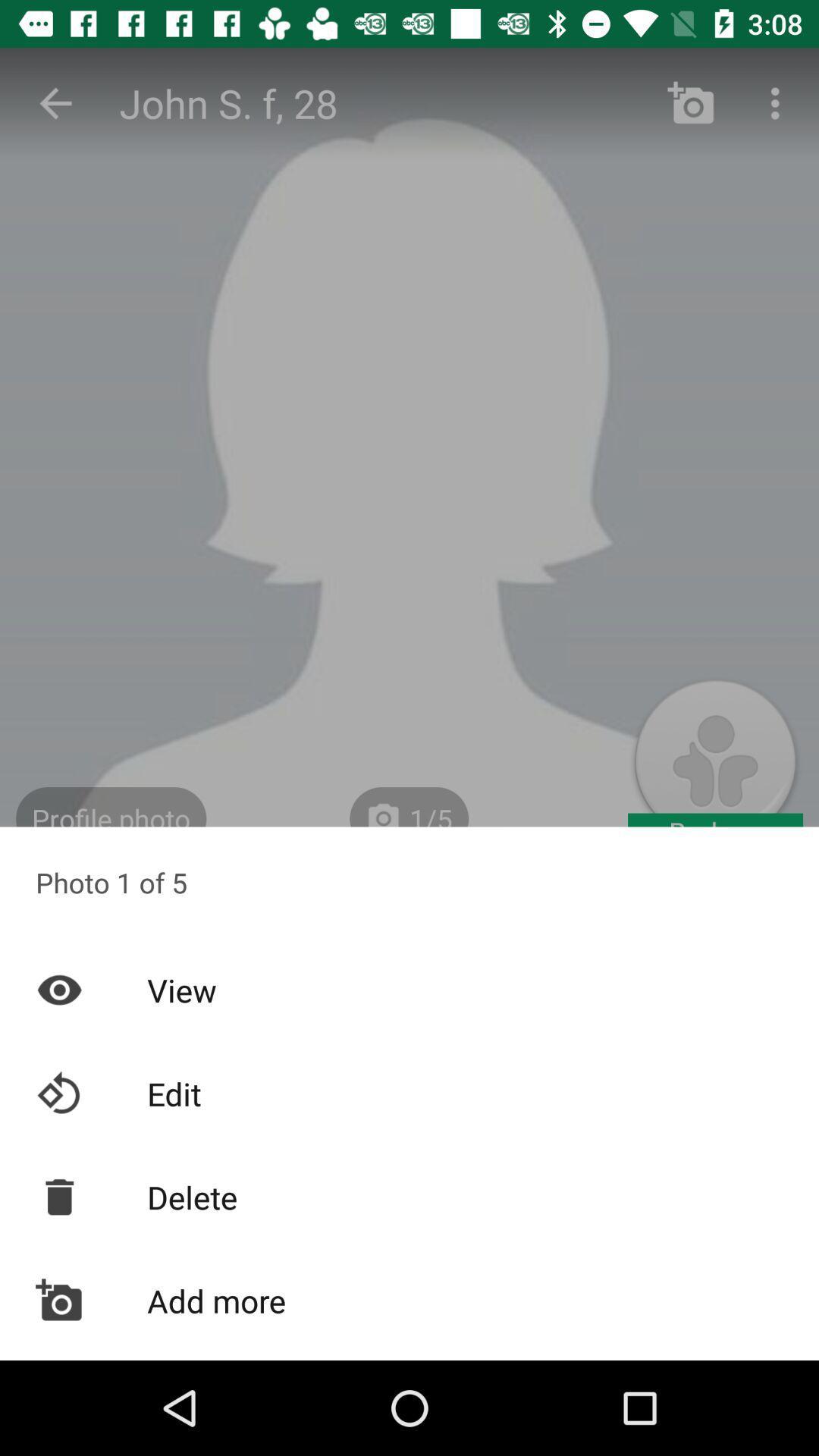 The image size is (819, 1456). What do you see at coordinates (409, 1094) in the screenshot?
I see `icon above delete item` at bounding box center [409, 1094].